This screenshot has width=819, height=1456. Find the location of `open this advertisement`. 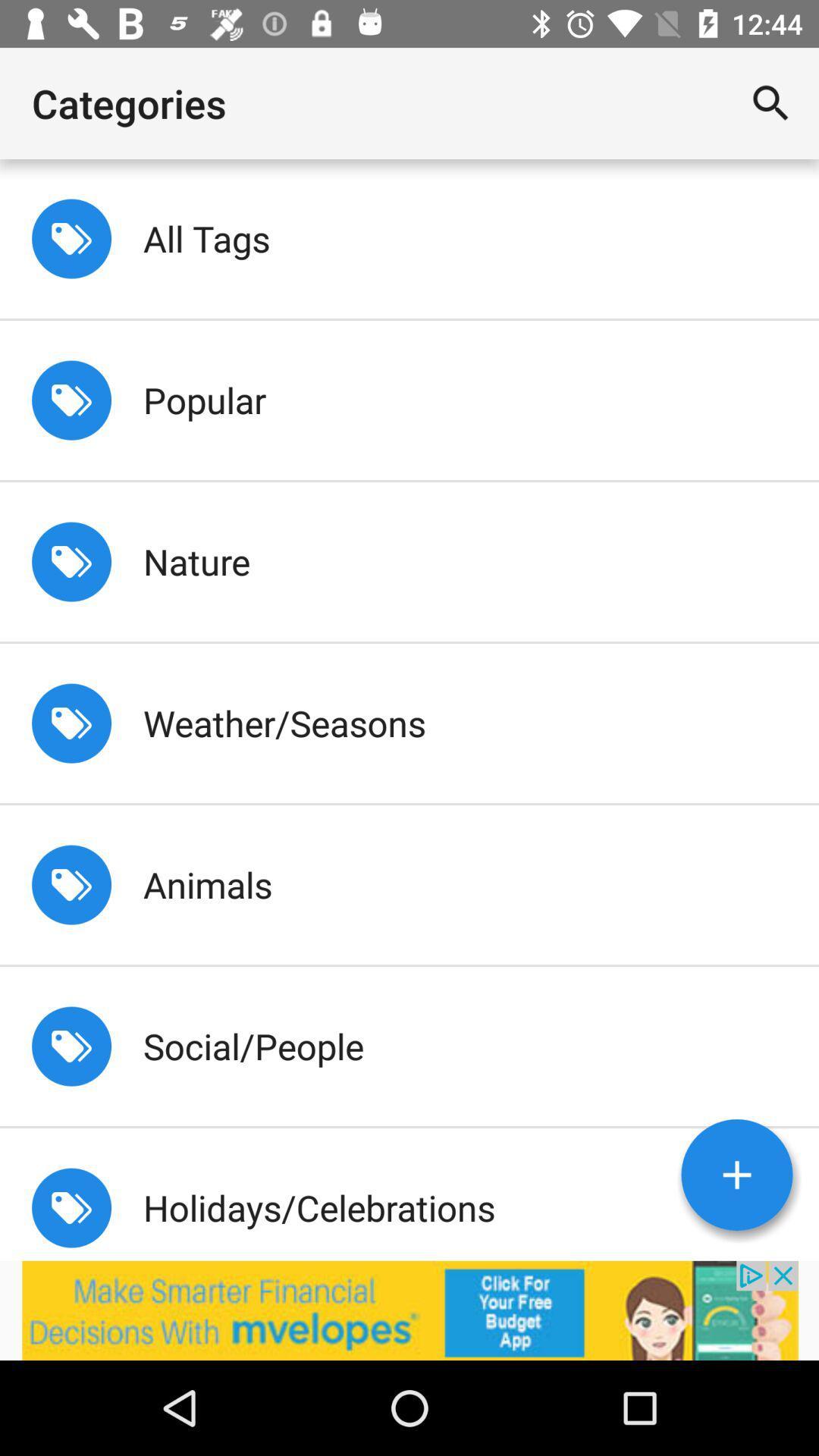

open this advertisement is located at coordinates (409, 1310).